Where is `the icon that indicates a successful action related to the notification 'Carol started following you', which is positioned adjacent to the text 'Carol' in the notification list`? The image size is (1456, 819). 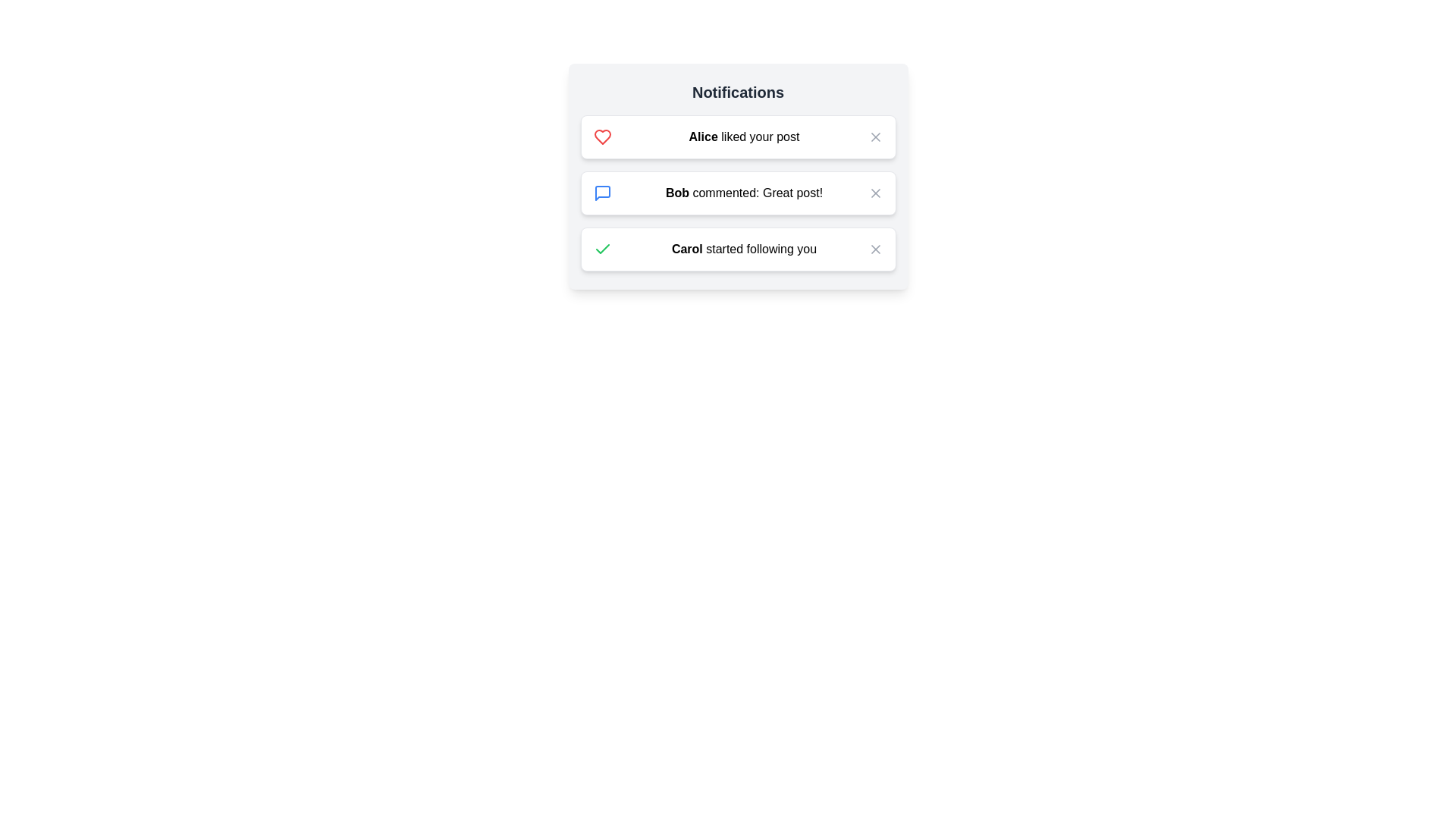
the icon that indicates a successful action related to the notification 'Carol started following you', which is positioned adjacent to the text 'Carol' in the notification list is located at coordinates (601, 248).